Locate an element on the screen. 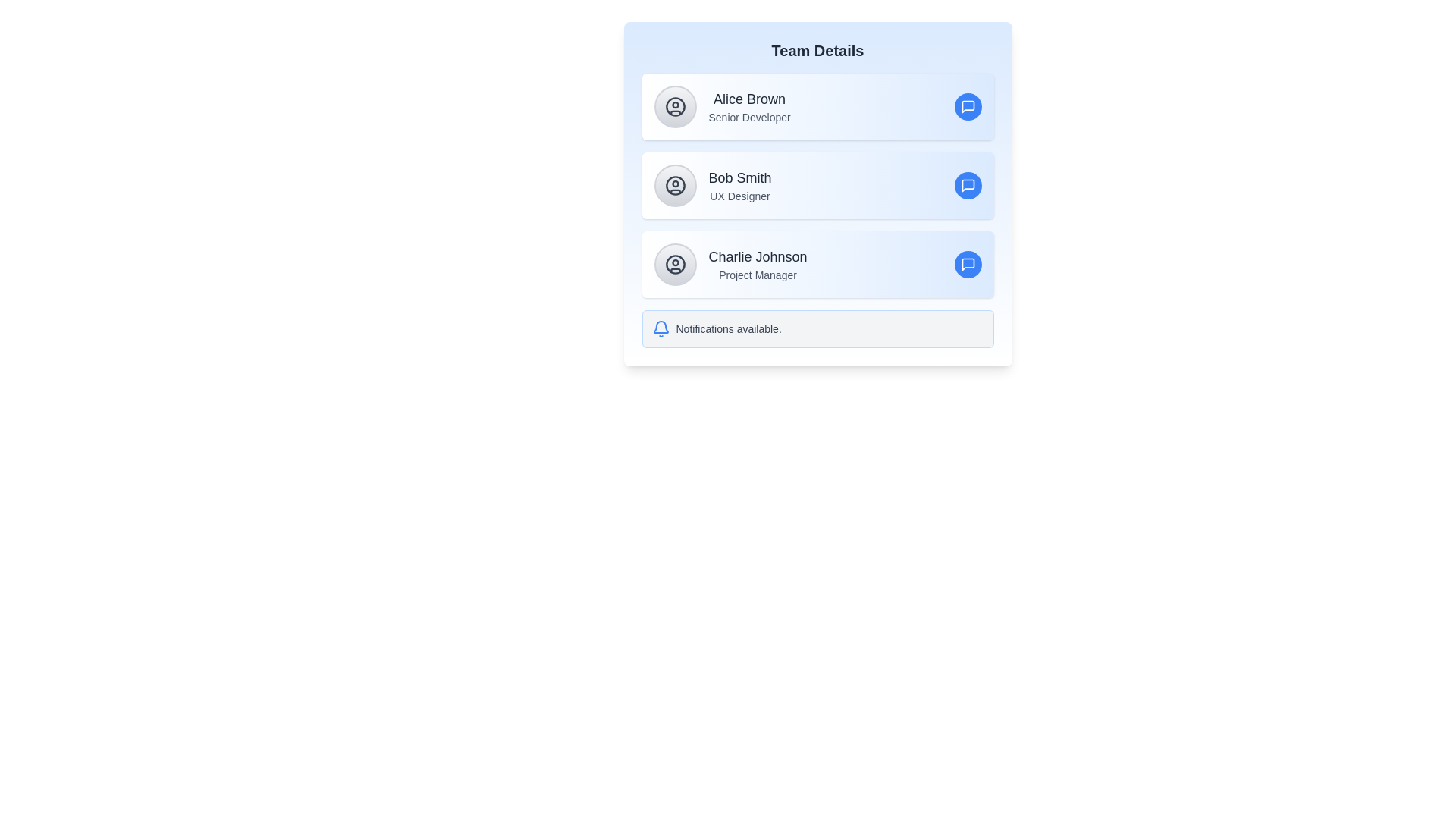 This screenshot has height=819, width=1456. the user profile silhouette icon in the 'Team Details' section, which is located beside the text label 'Charlie Johnson' is located at coordinates (674, 263).